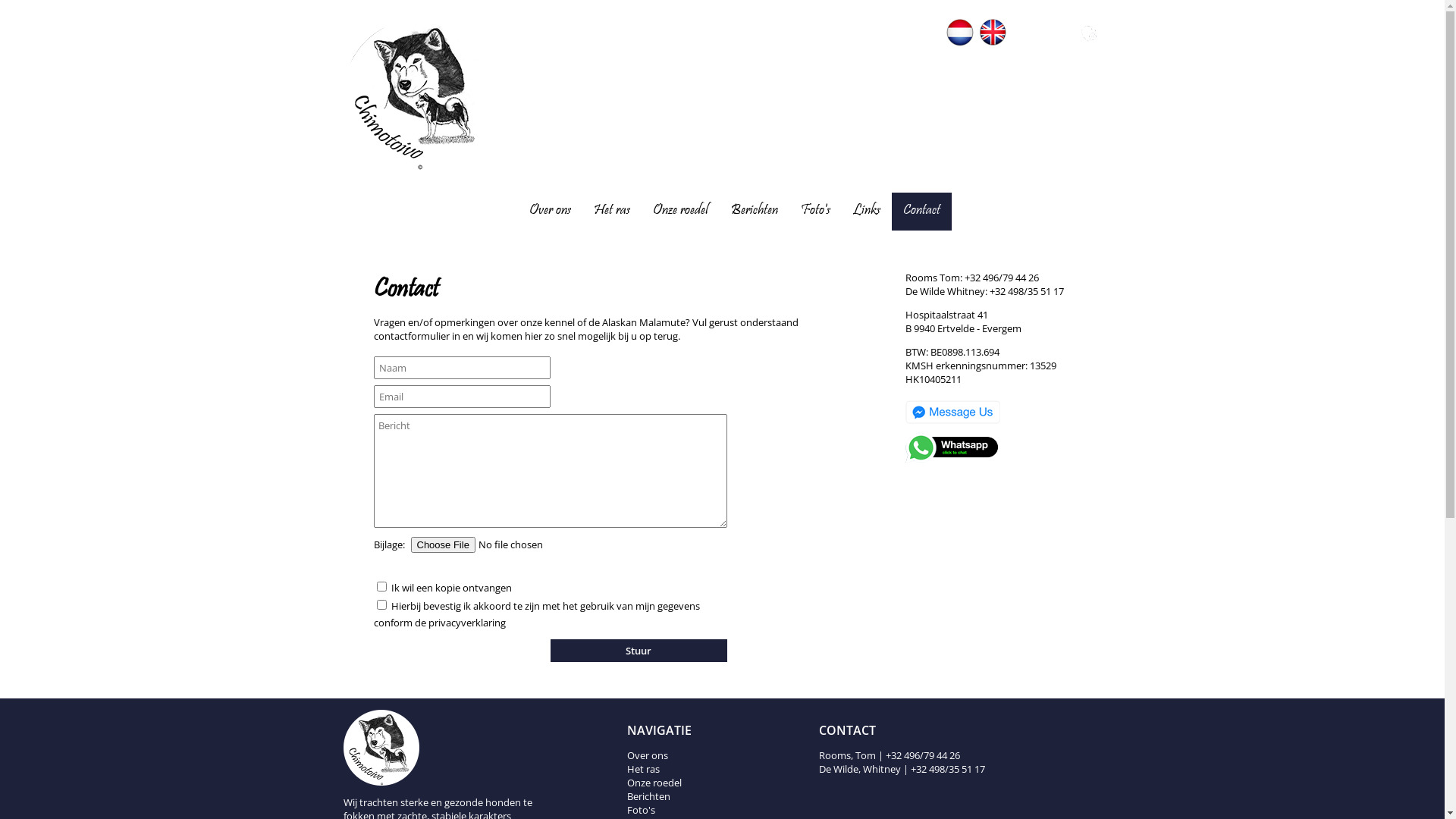 The image size is (1456, 819). Describe the element at coordinates (679, 211) in the screenshot. I see `'Onze roedel'` at that location.